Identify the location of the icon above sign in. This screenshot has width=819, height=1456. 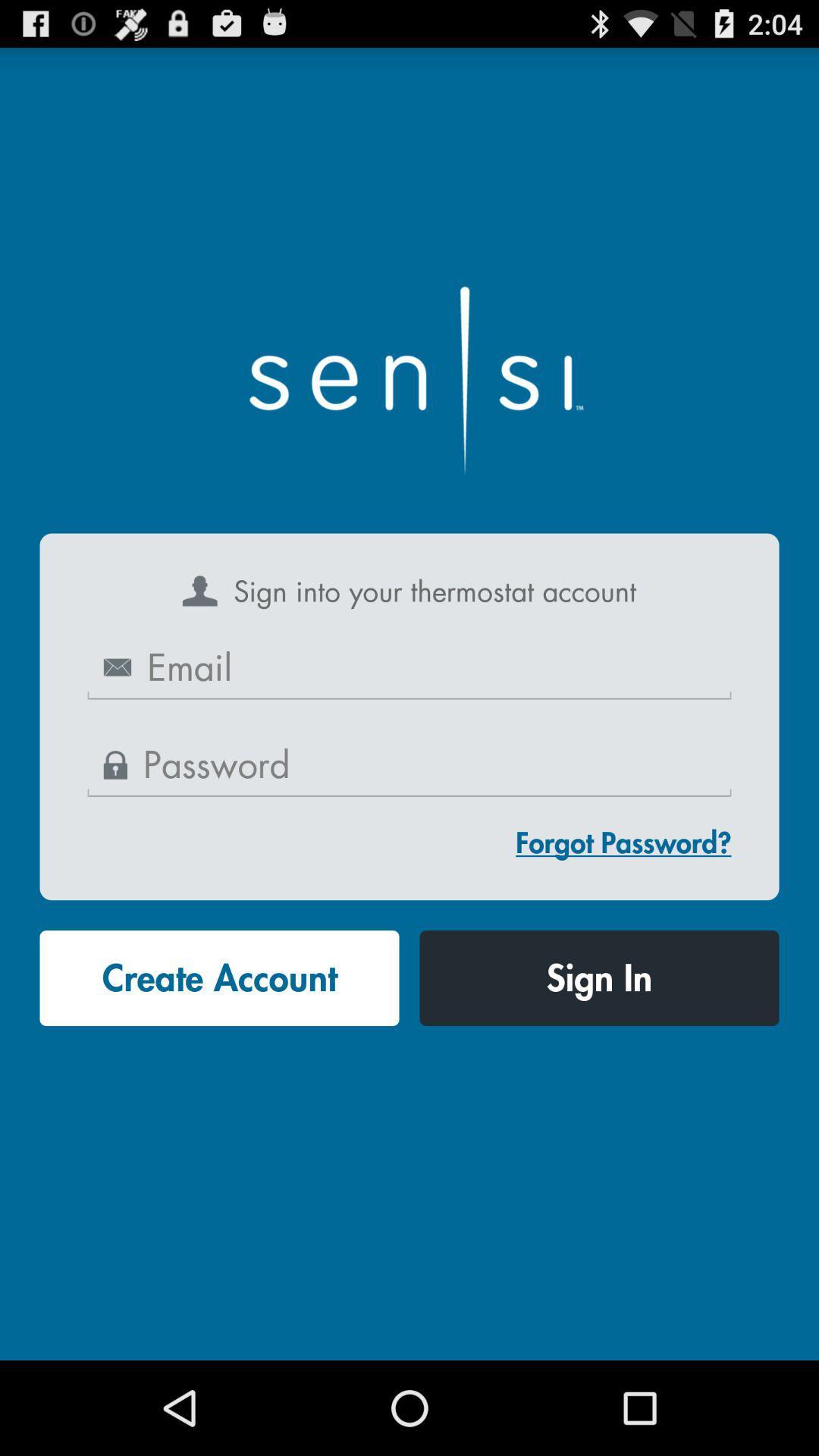
(623, 842).